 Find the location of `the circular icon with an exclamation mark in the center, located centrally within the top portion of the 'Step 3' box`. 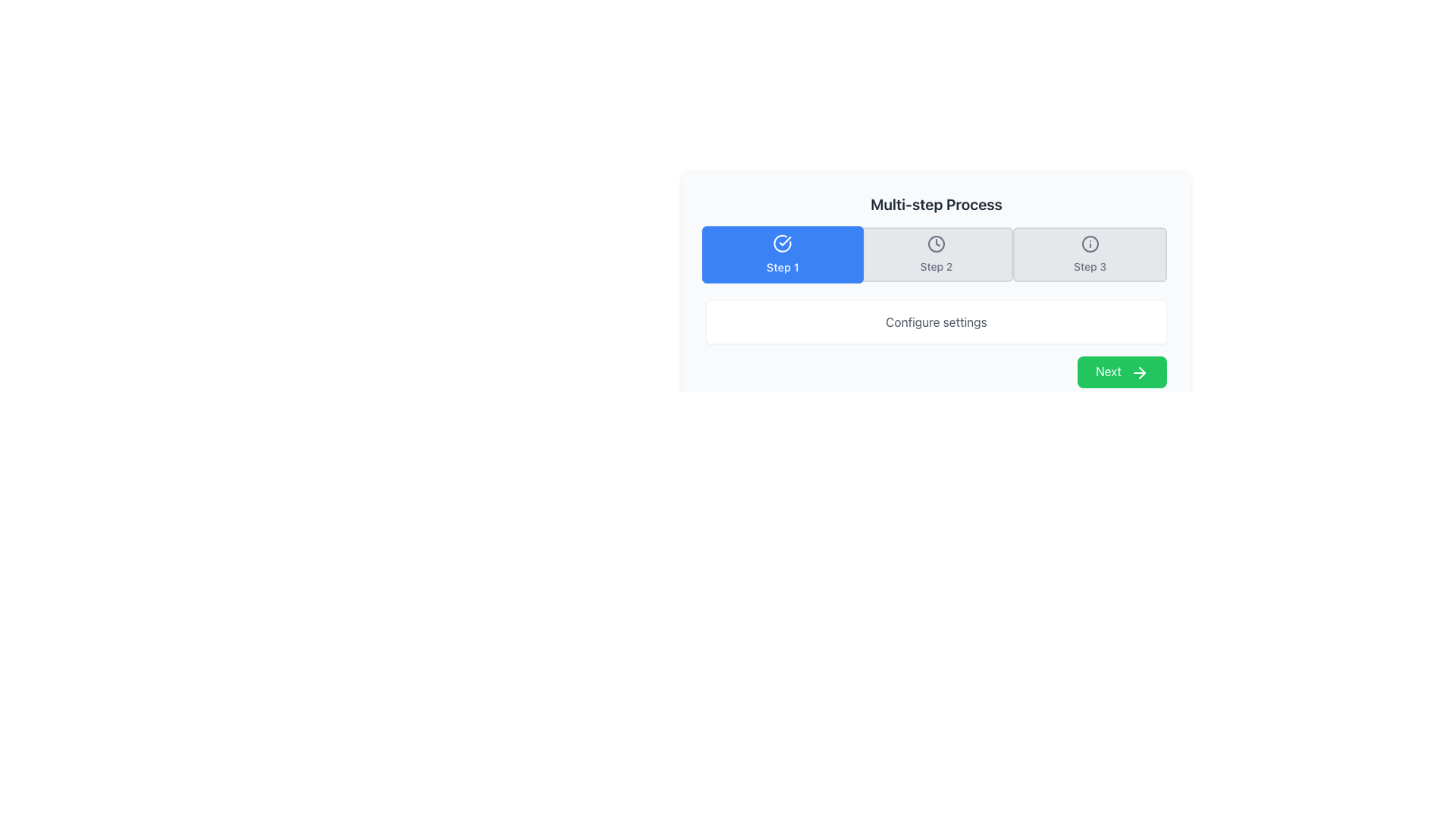

the circular icon with an exclamation mark in the center, located centrally within the top portion of the 'Step 3' box is located at coordinates (1088, 243).